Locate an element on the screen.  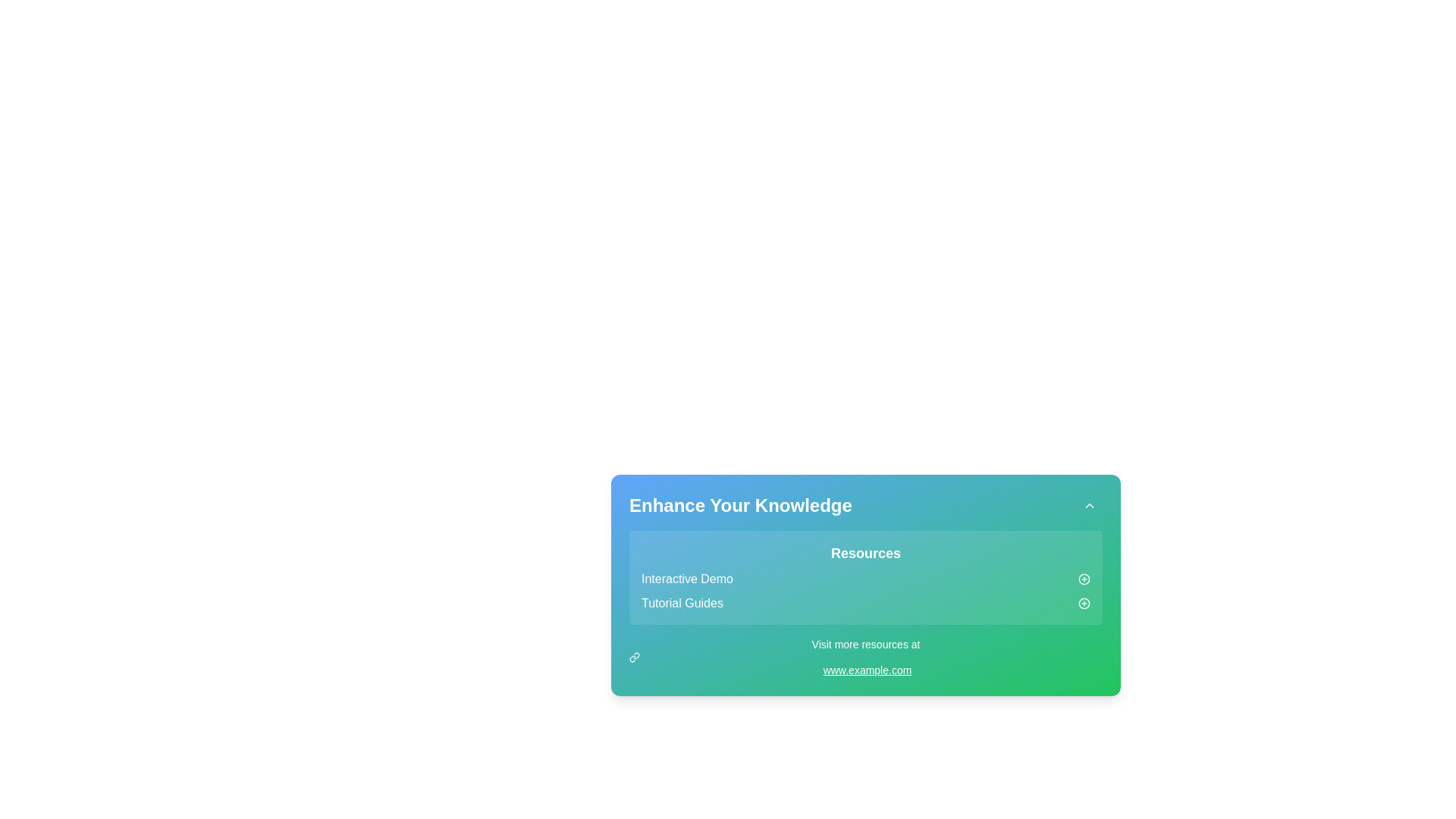
the button located to the right of the 'Interactive Demo' text is located at coordinates (1084, 579).